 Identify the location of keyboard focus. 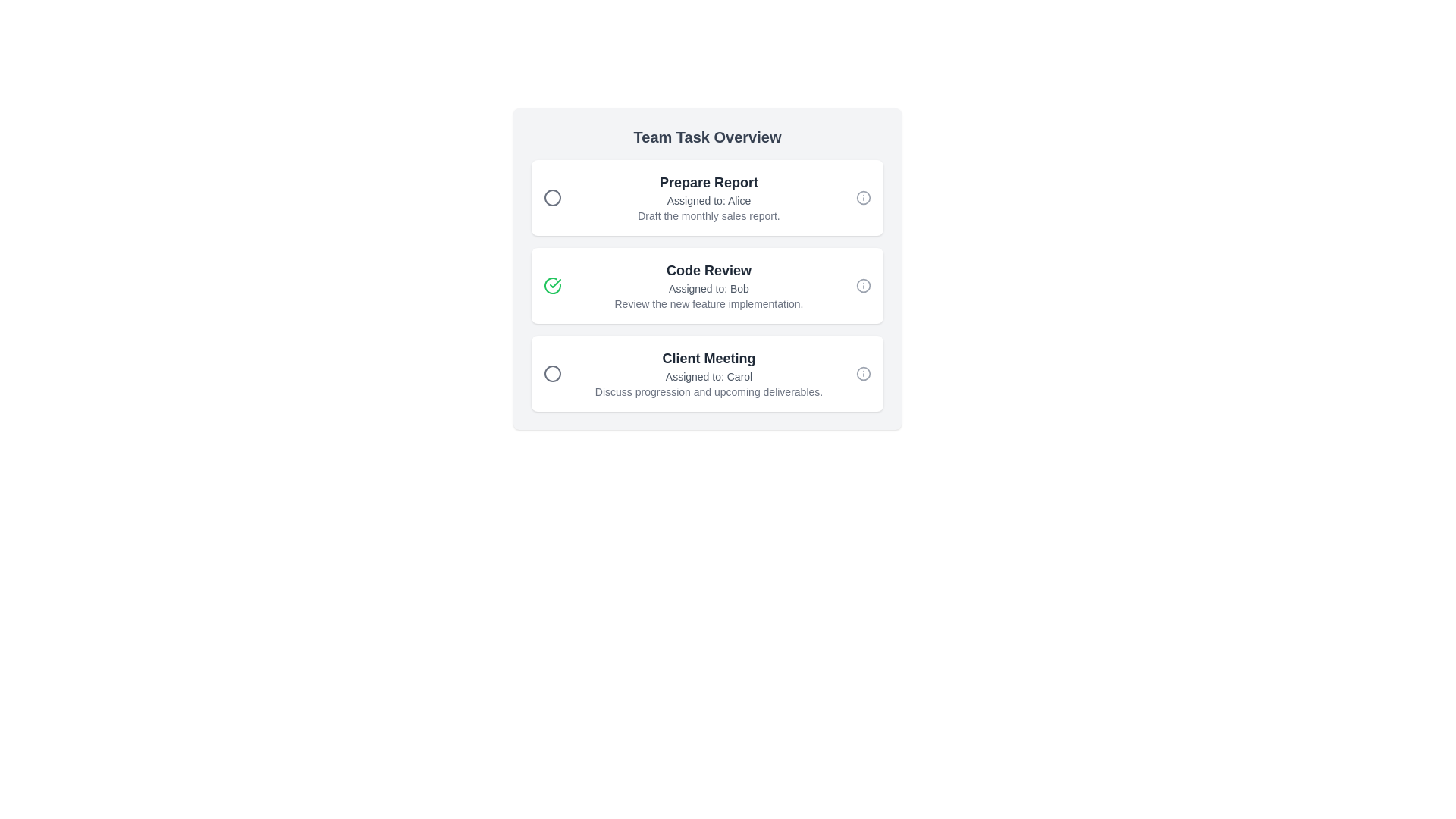
(708, 286).